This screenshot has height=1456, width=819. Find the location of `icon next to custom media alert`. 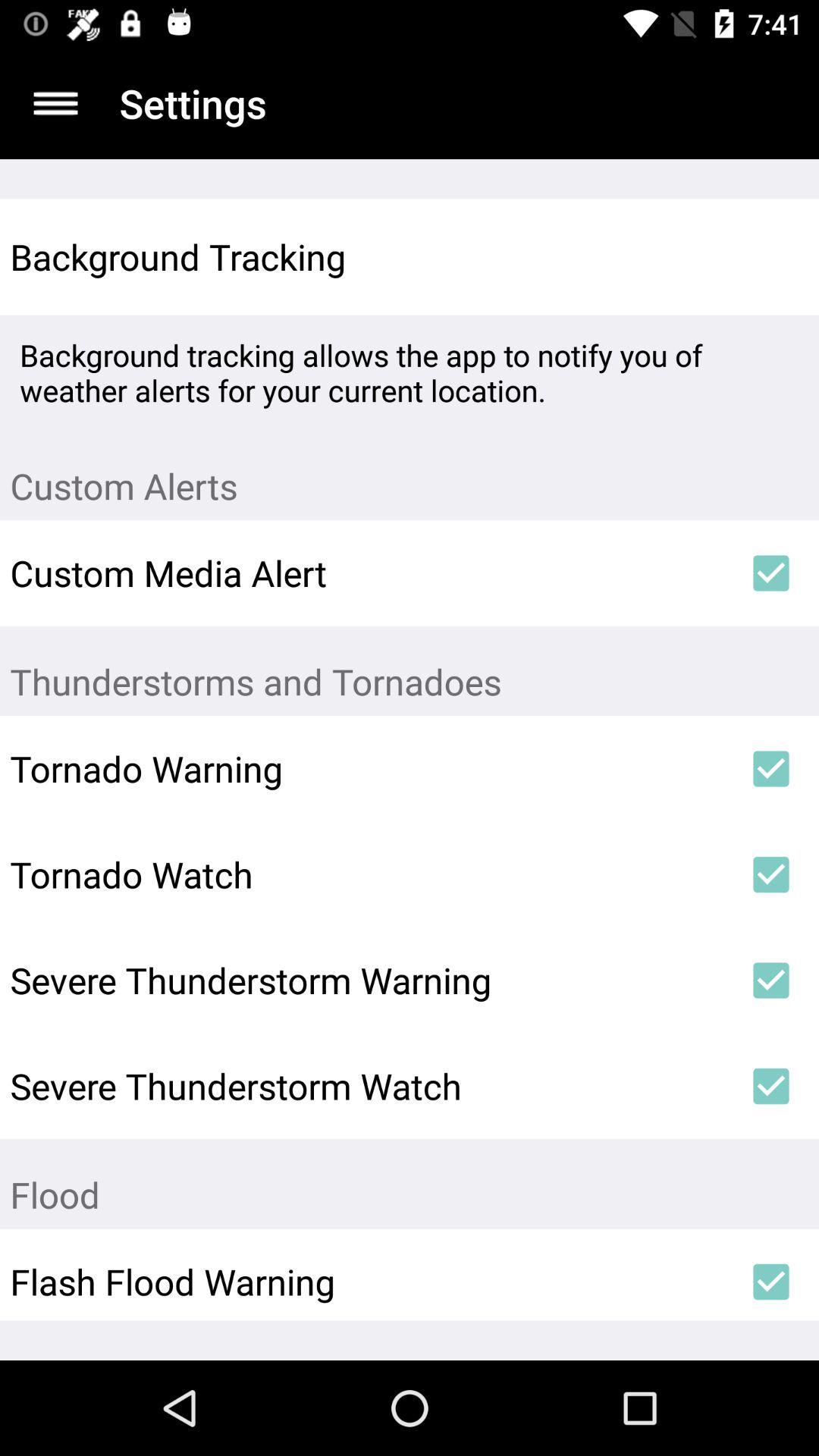

icon next to custom media alert is located at coordinates (771, 572).